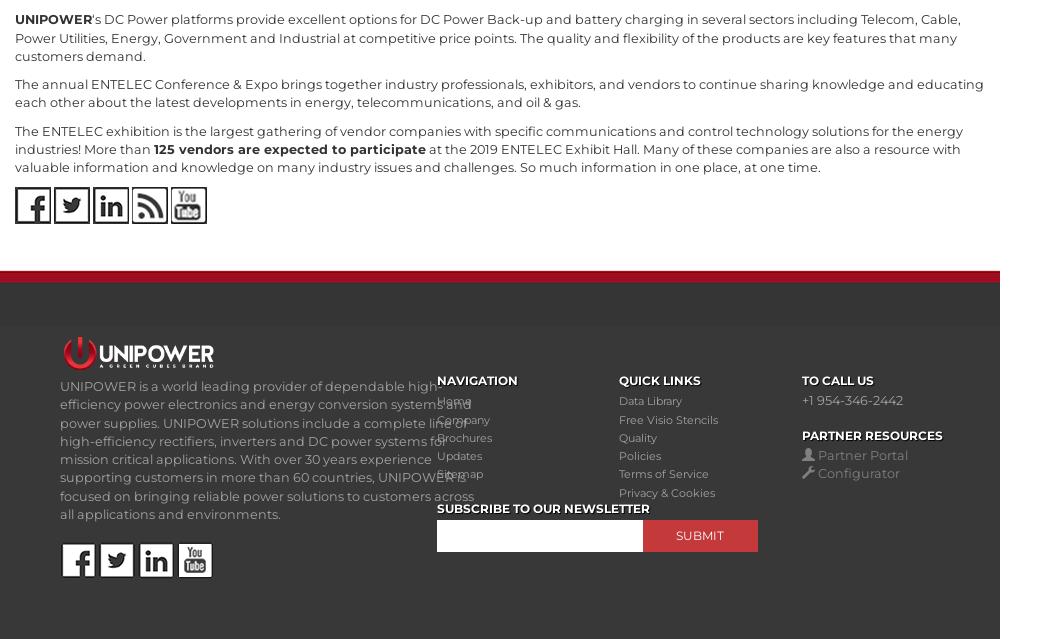 The width and height of the screenshot is (1055, 639). I want to click on 'Terms of Service', so click(663, 473).